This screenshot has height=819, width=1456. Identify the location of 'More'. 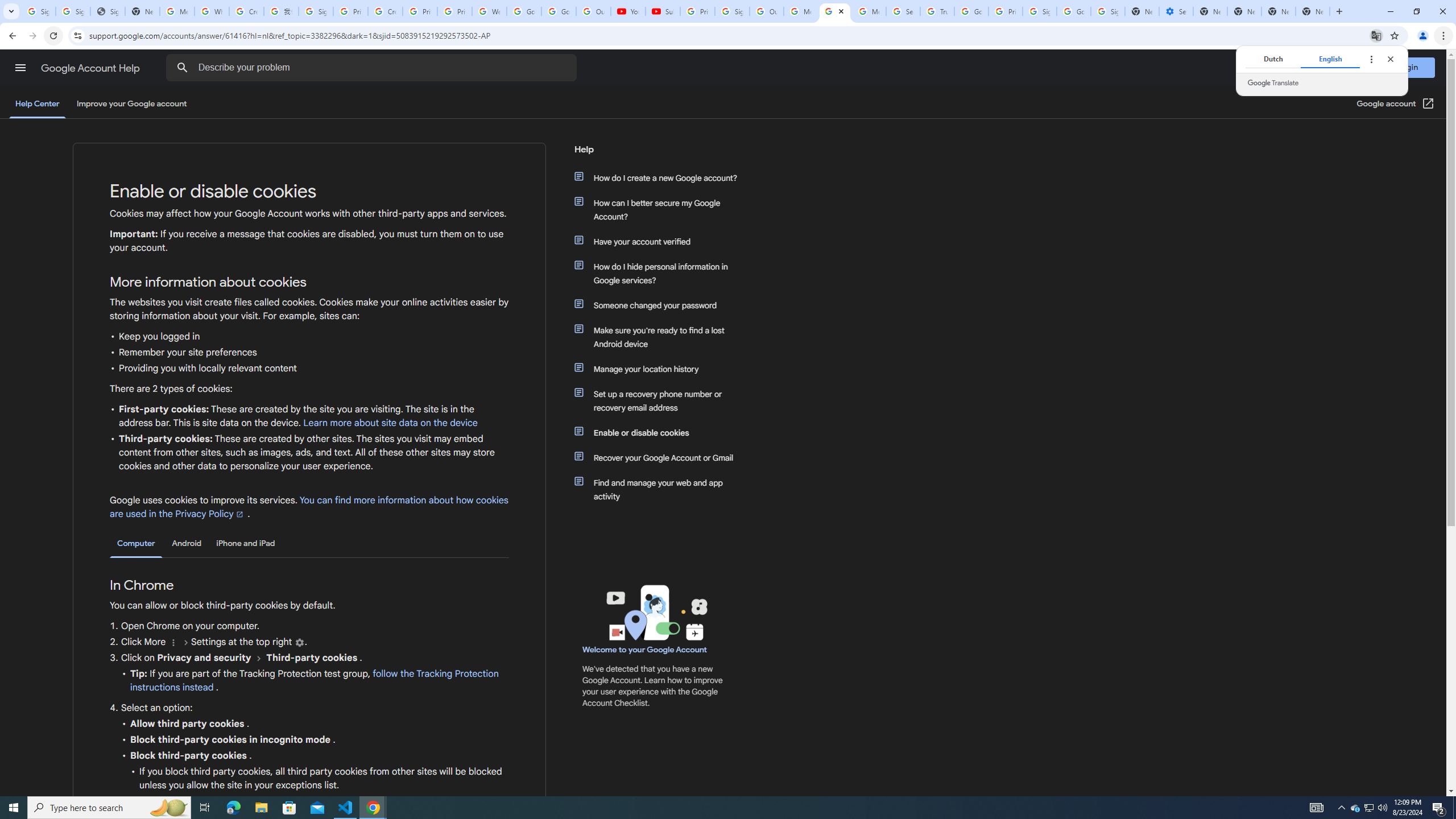
(172, 642).